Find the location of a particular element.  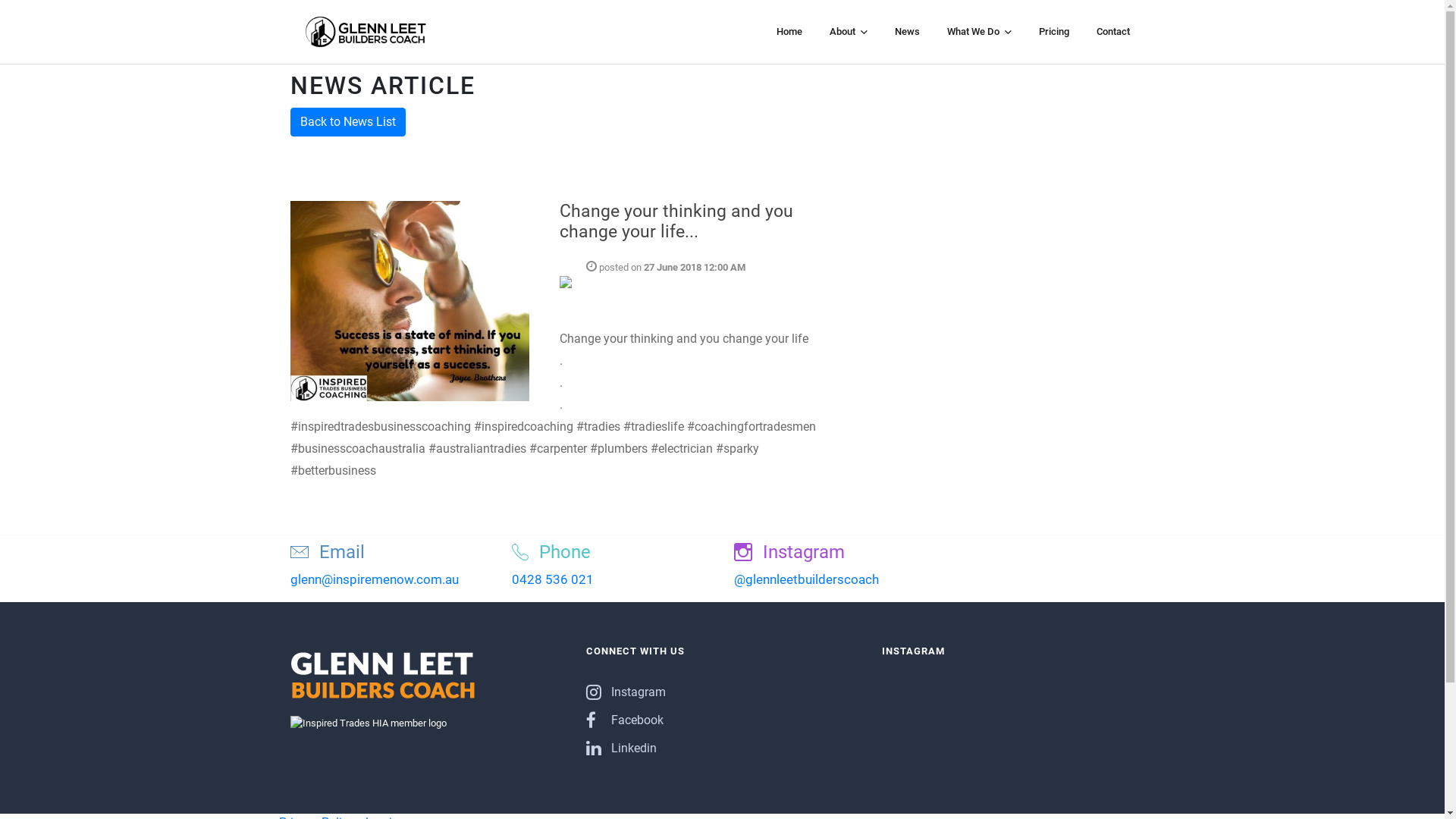

'Home' is located at coordinates (789, 32).